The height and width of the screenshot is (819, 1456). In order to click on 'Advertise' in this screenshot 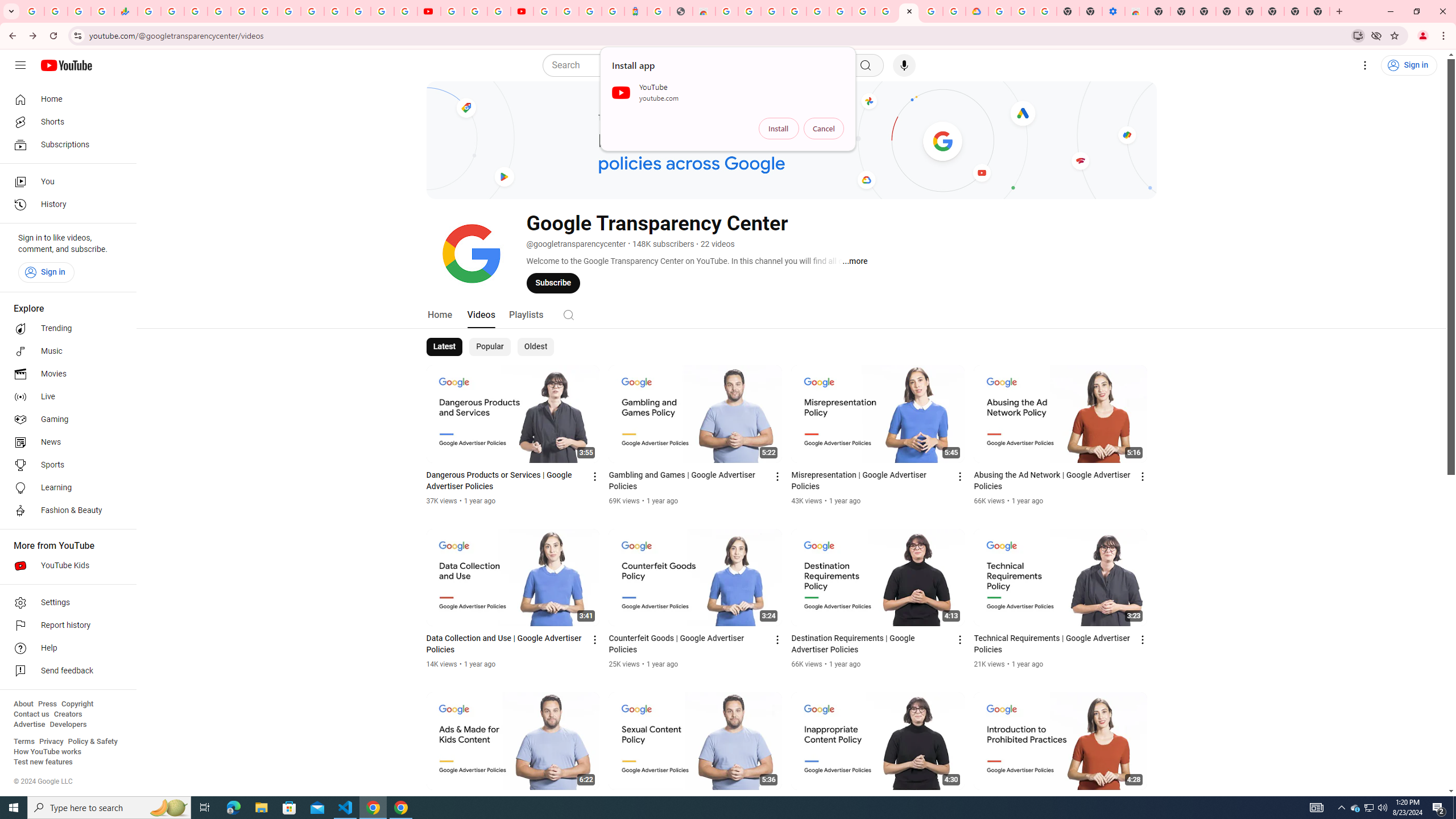, I will do `click(28, 723)`.